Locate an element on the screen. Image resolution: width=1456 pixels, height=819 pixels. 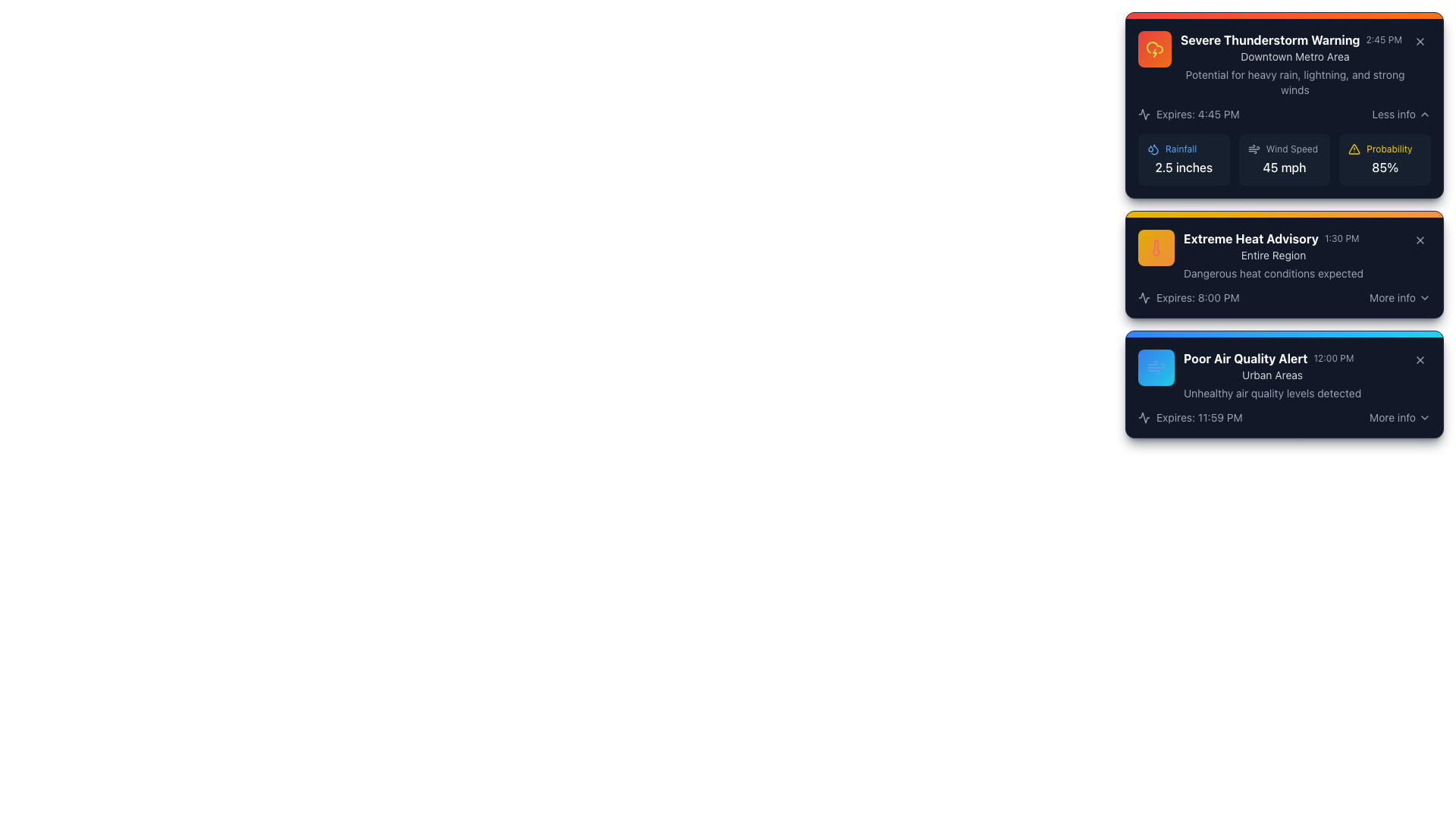
the 'Probability' text label, which is yellow and positioned in the top-right section of the Severe Thunderstorm Warning box, near the '85%' probability percentage is located at coordinates (1389, 149).